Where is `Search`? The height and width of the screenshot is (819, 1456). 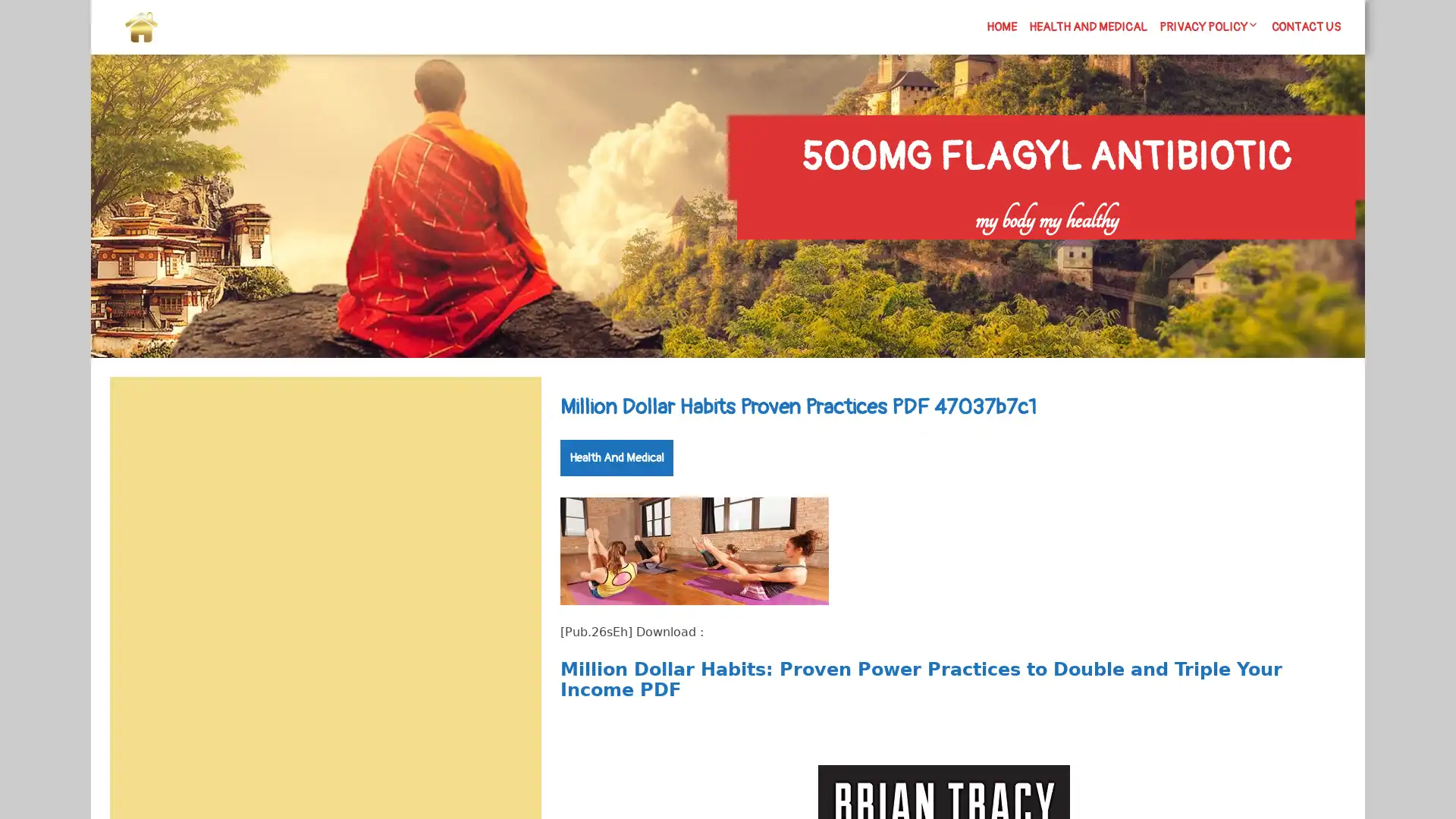 Search is located at coordinates (506, 413).